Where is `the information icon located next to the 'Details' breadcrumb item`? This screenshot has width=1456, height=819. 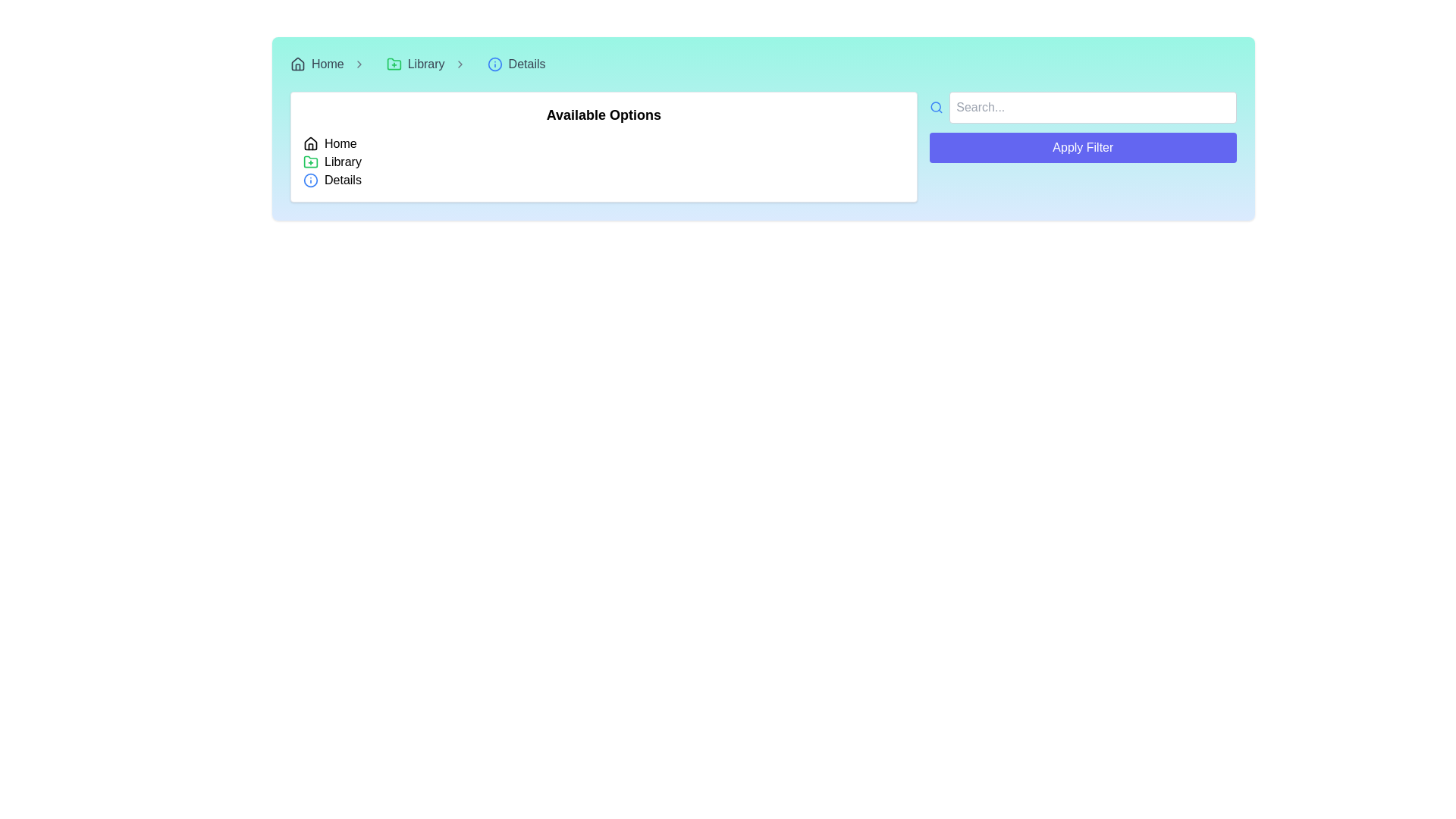
the information icon located next to the 'Details' breadcrumb item is located at coordinates (494, 63).